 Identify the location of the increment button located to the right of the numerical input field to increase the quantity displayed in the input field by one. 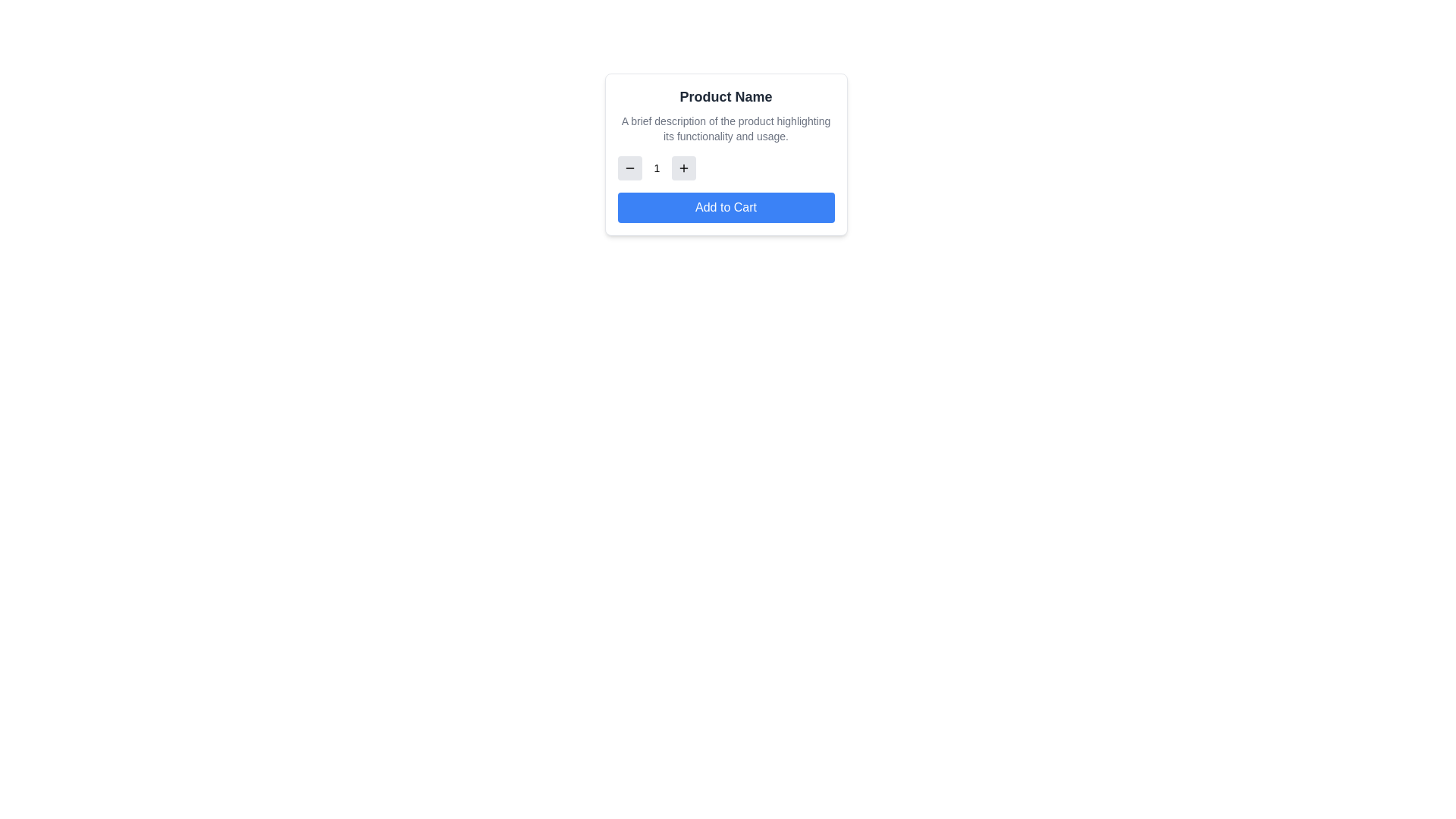
(683, 168).